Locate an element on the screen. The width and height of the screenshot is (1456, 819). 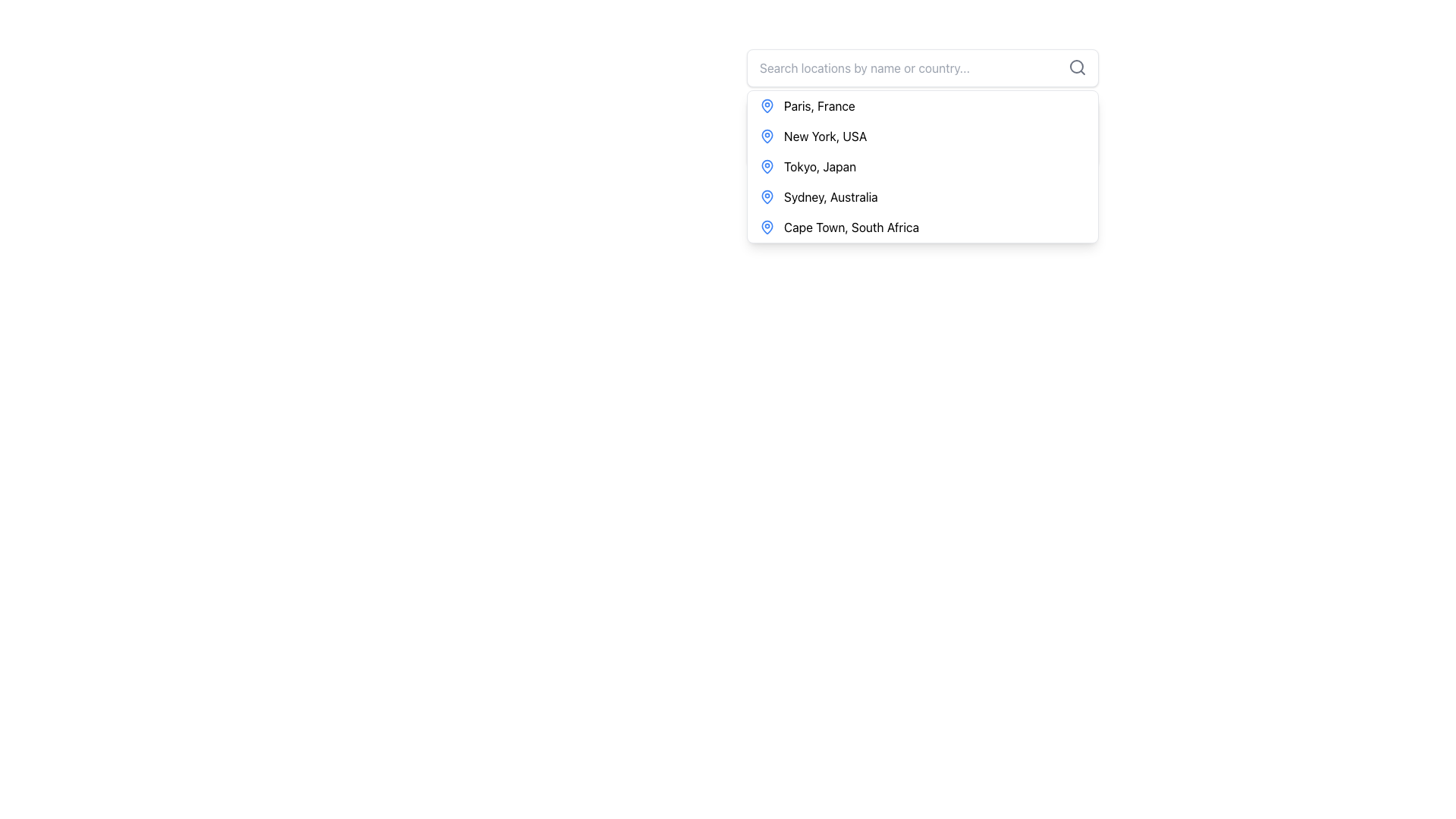
the text label 'Paris, France' which is the first item in the dropdown menu, aligned with a location pin icon is located at coordinates (818, 105).